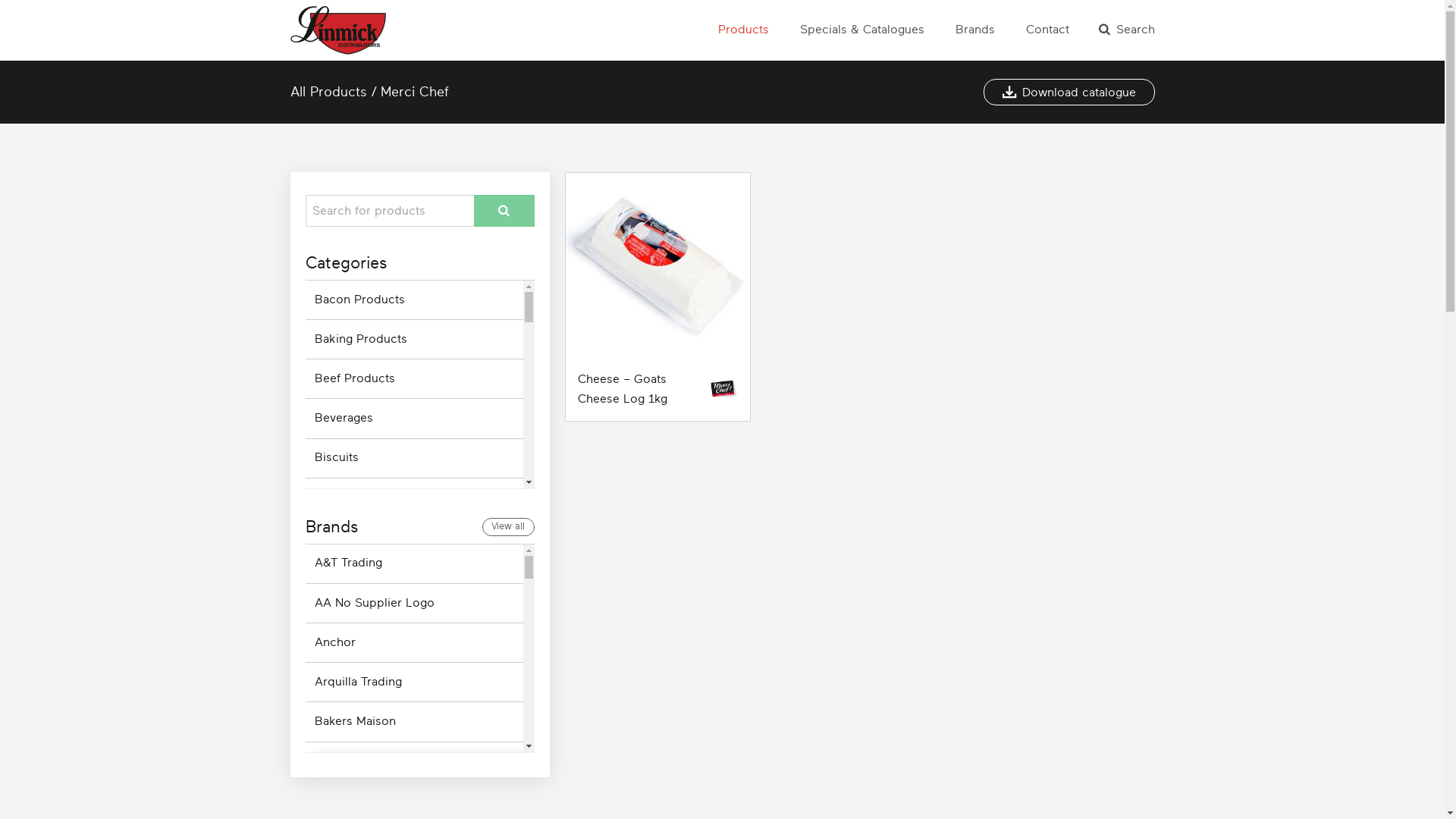  I want to click on 'Frozen Fruit', so click(413, 774).